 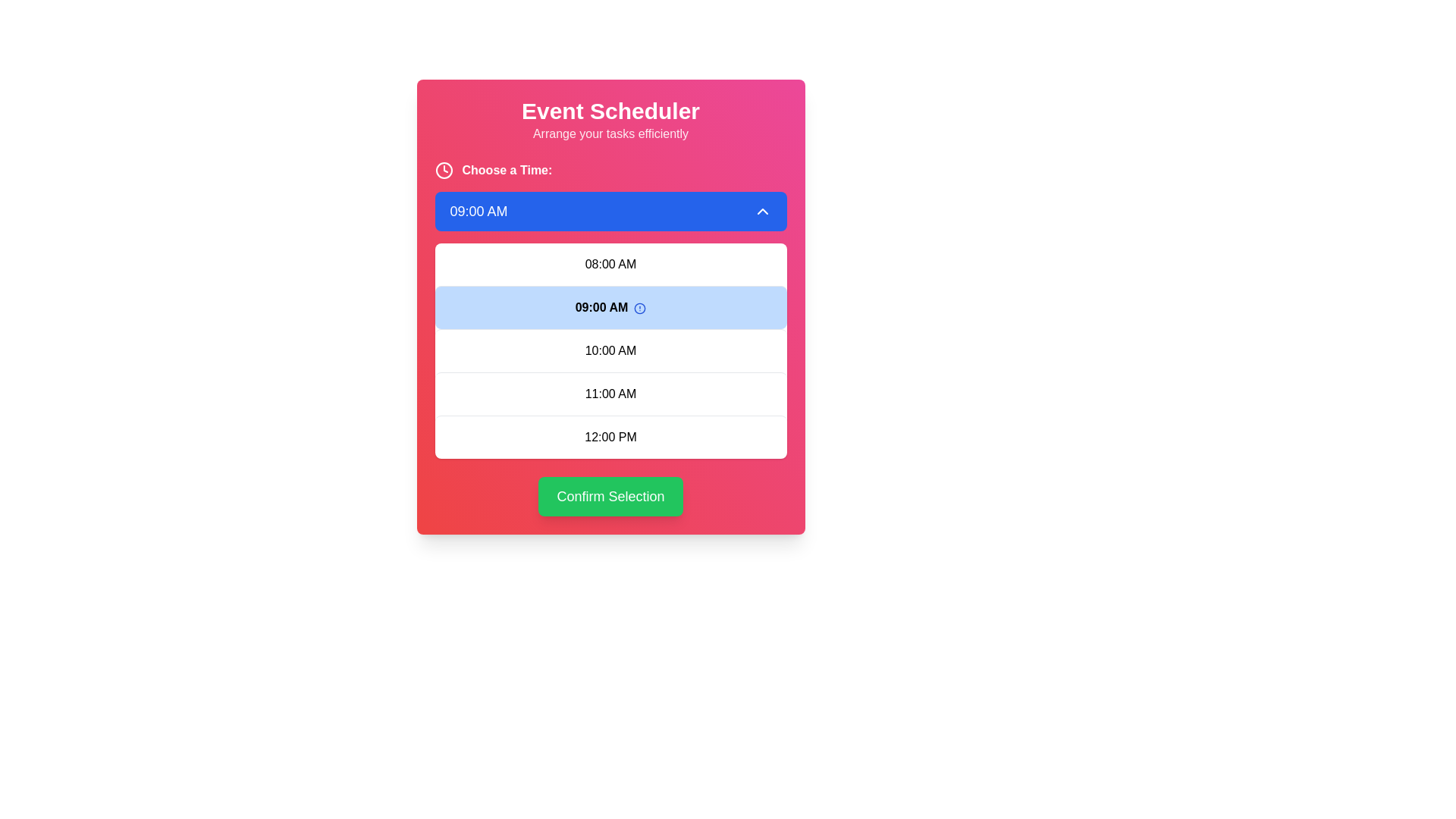 What do you see at coordinates (610, 350) in the screenshot?
I see `a time slot from the dropdown menu below the '09:00 AM' blue dropdown in the 'Choose a Time:' section by clicking on it` at bounding box center [610, 350].